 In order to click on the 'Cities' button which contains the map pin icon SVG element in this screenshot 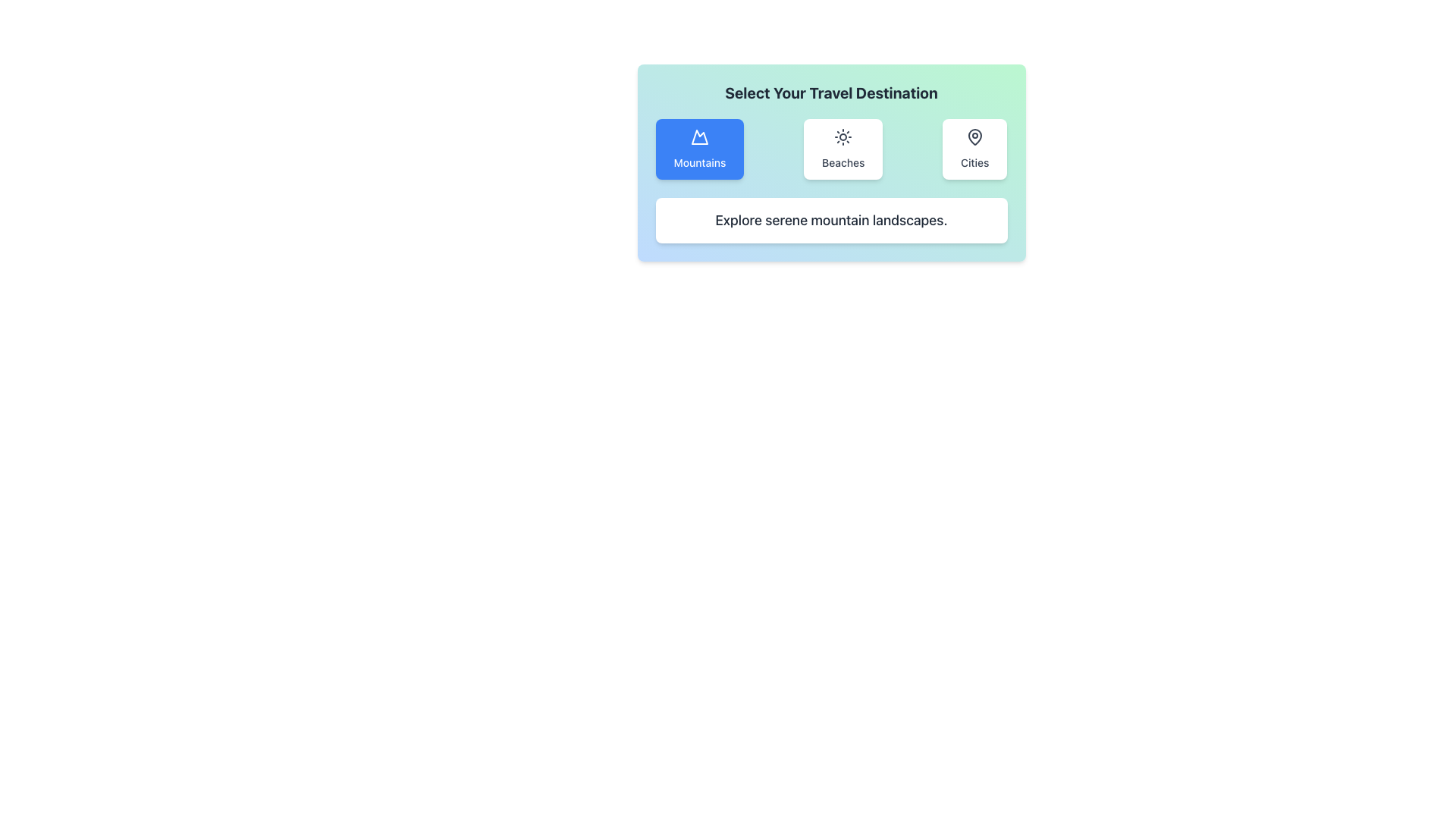, I will do `click(974, 137)`.